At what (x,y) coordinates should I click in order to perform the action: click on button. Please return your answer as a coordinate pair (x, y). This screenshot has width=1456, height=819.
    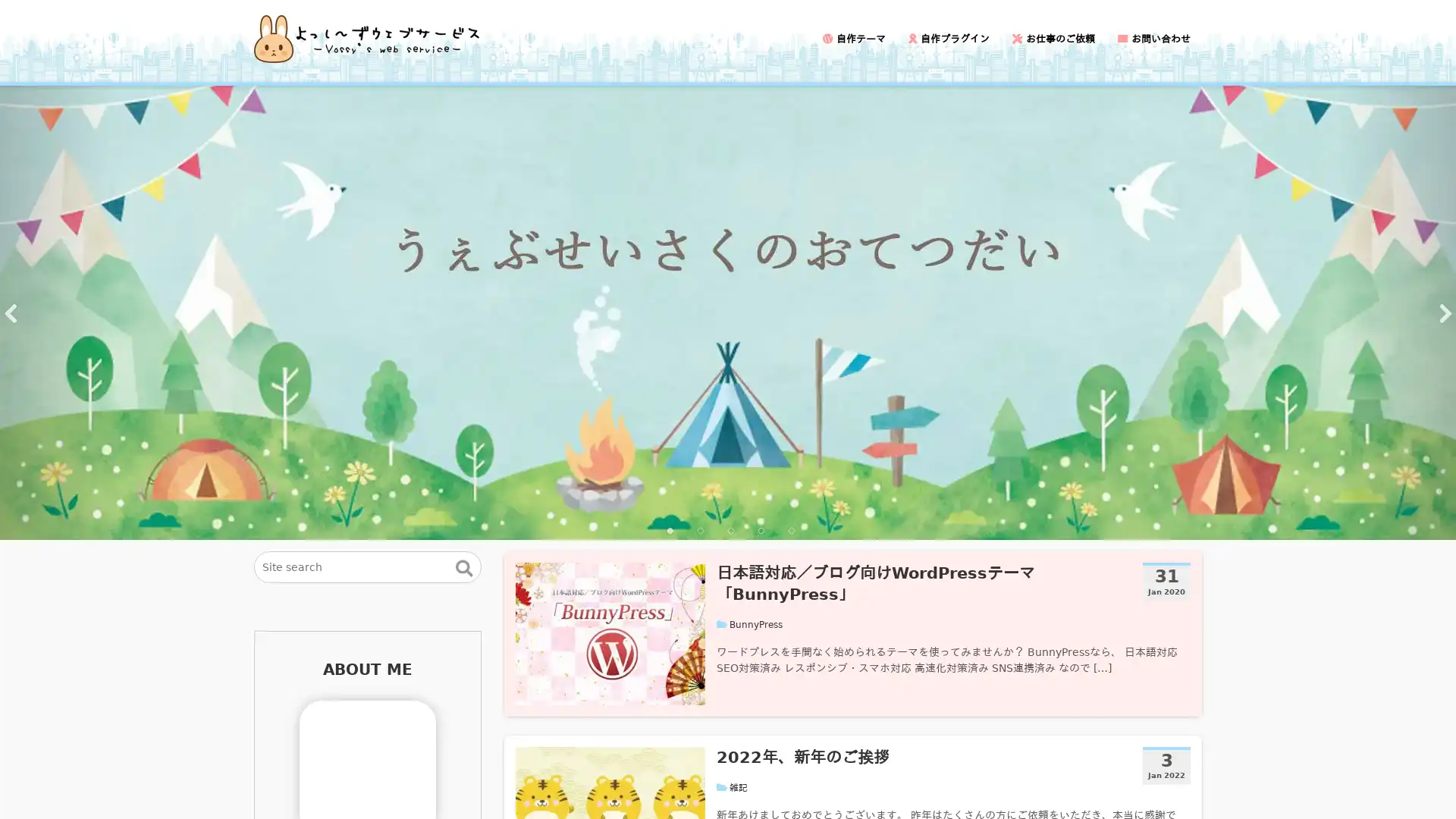
    Looking at the image, I should click on (463, 567).